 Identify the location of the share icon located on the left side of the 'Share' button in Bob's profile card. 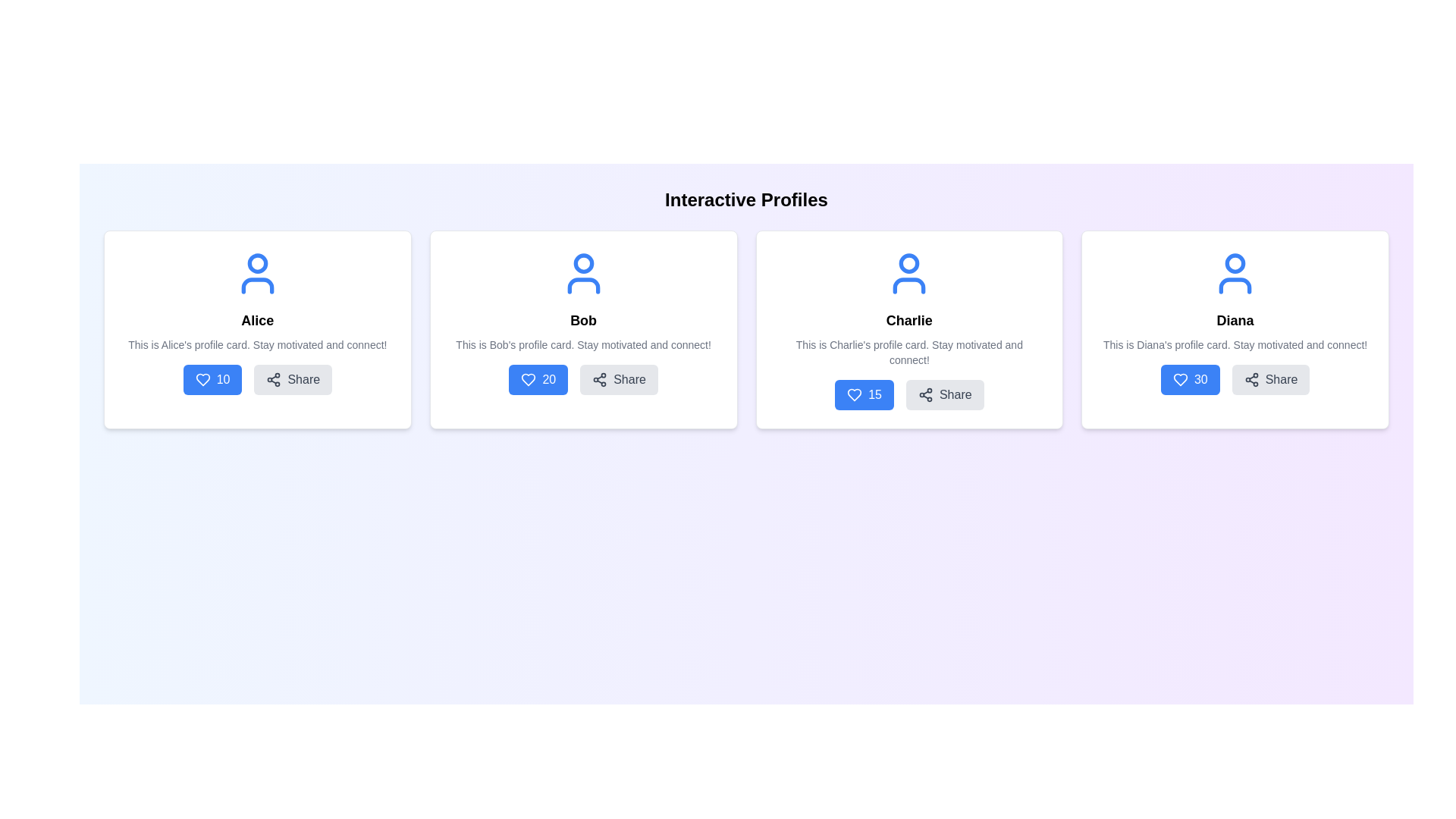
(599, 379).